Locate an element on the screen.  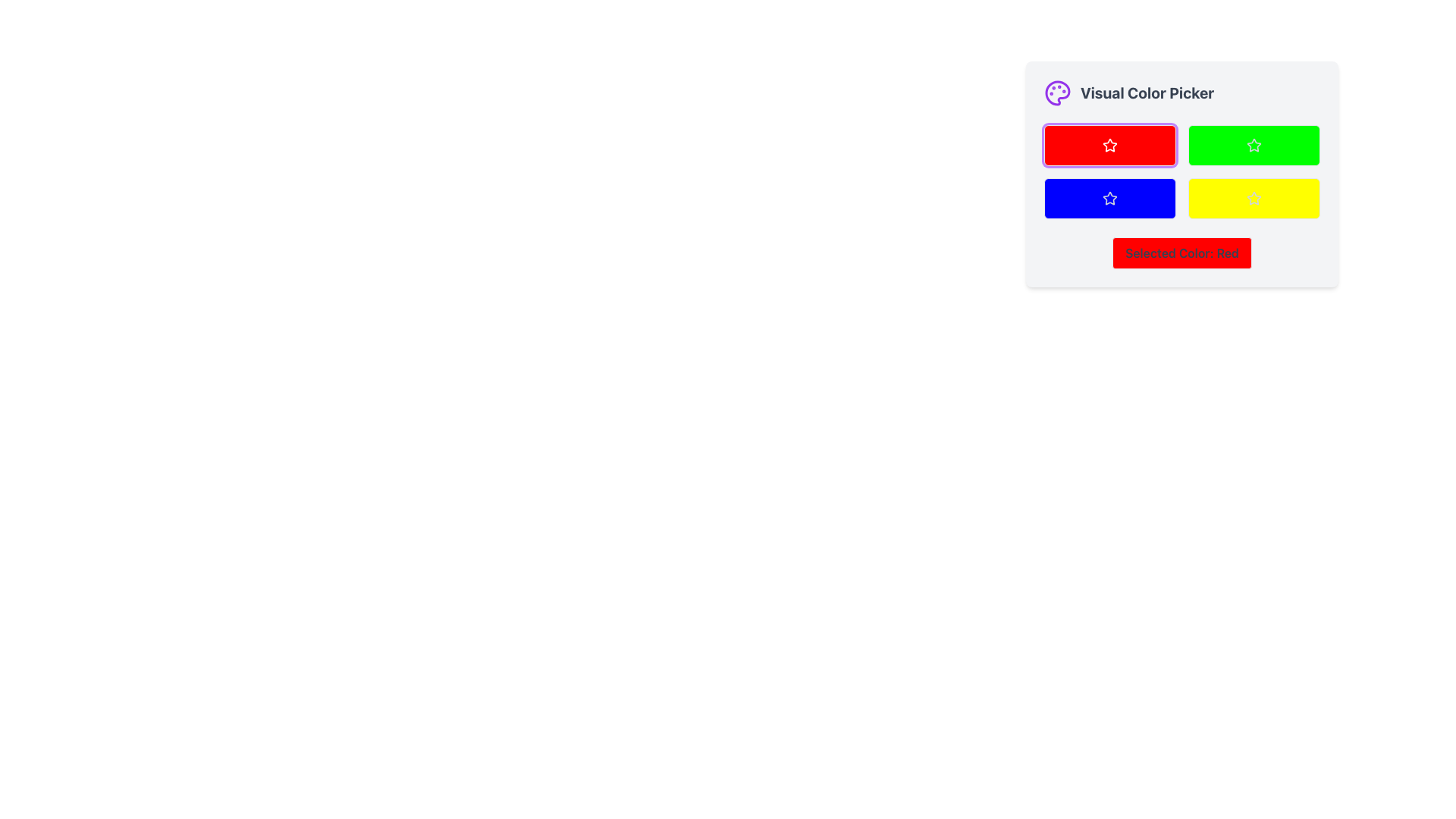
the star icon in the top-left button of the grid layout is located at coordinates (1109, 145).